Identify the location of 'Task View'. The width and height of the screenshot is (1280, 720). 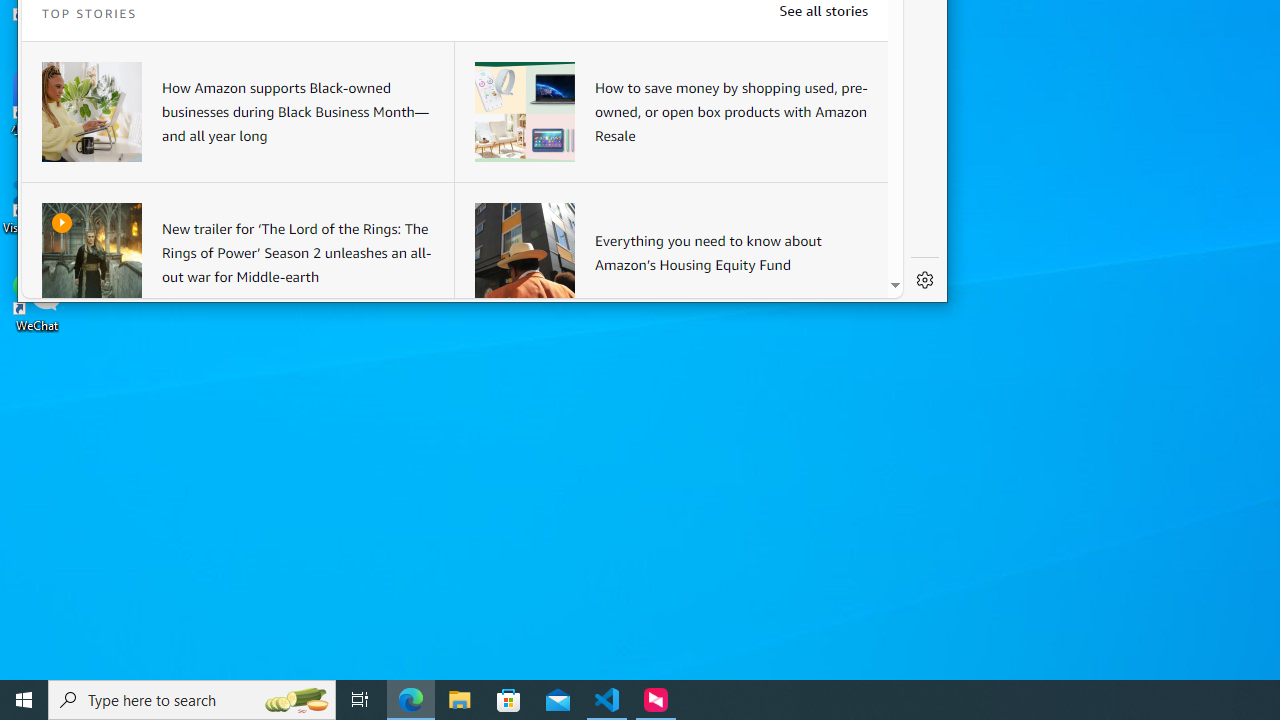
(359, 698).